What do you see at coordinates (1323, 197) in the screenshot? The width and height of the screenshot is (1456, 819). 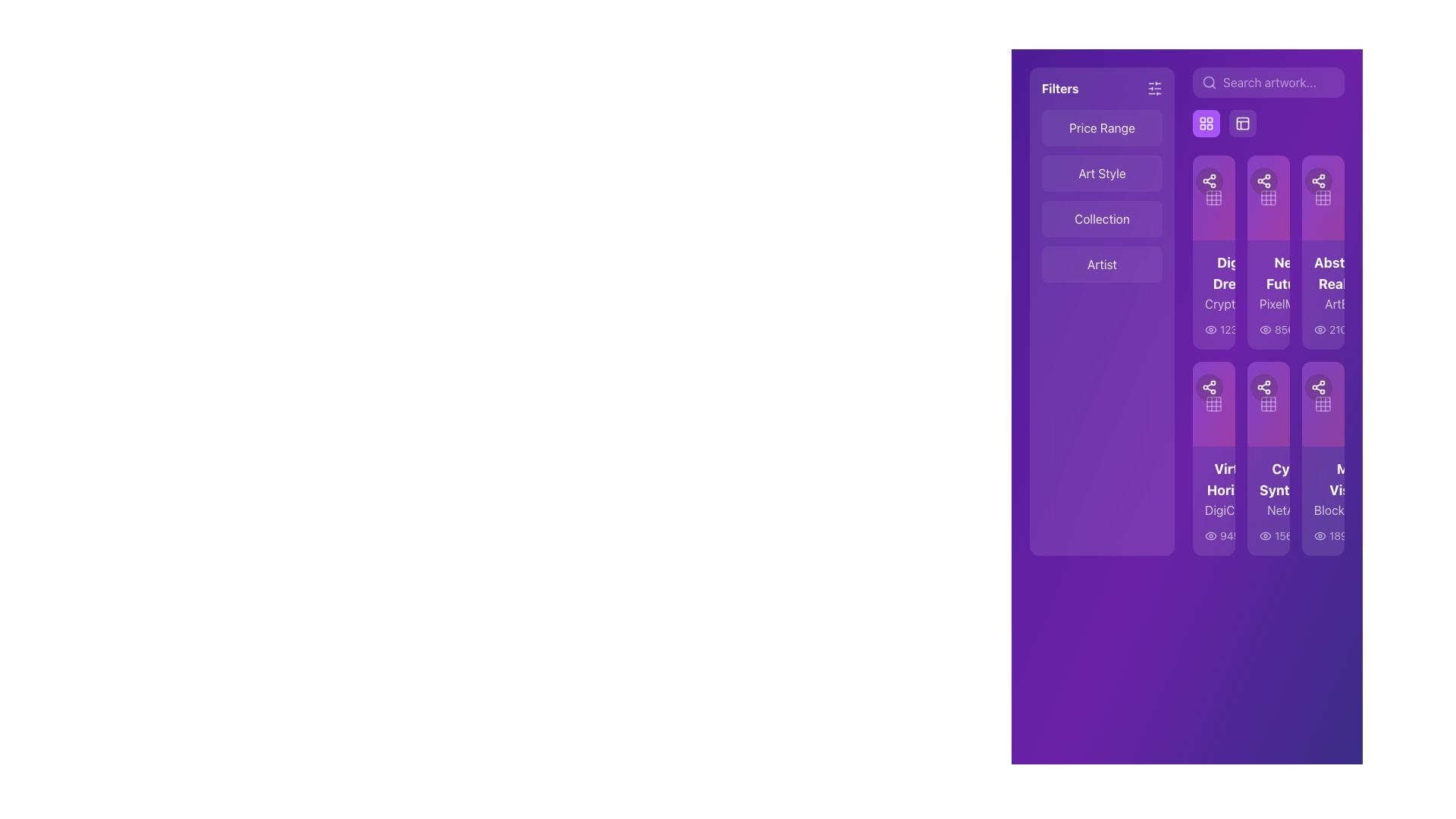 I see `the top-left cell of the grid icon component` at bounding box center [1323, 197].